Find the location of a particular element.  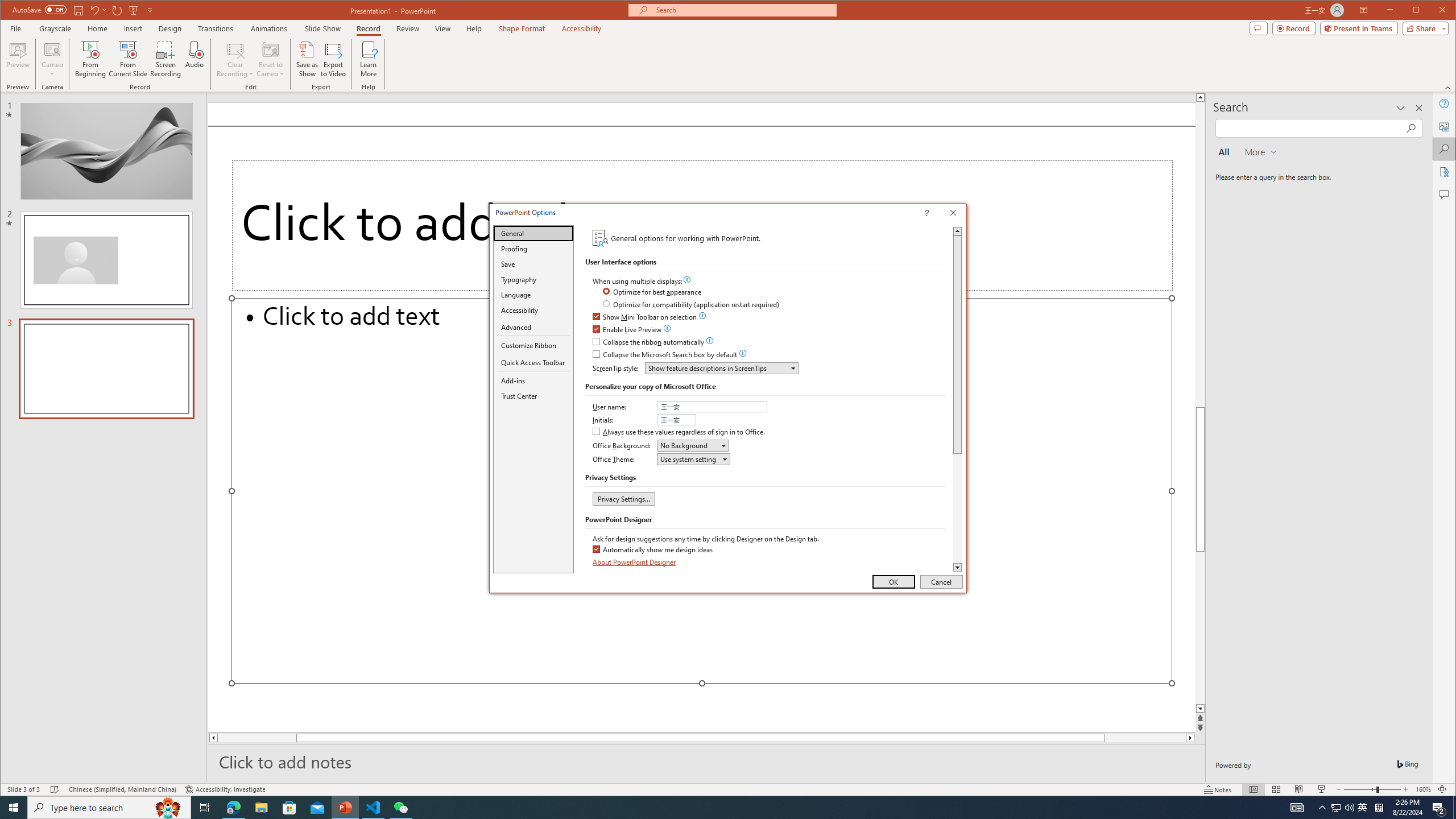

'Optimize for compatibility (application restart required)' is located at coordinates (692, 305).